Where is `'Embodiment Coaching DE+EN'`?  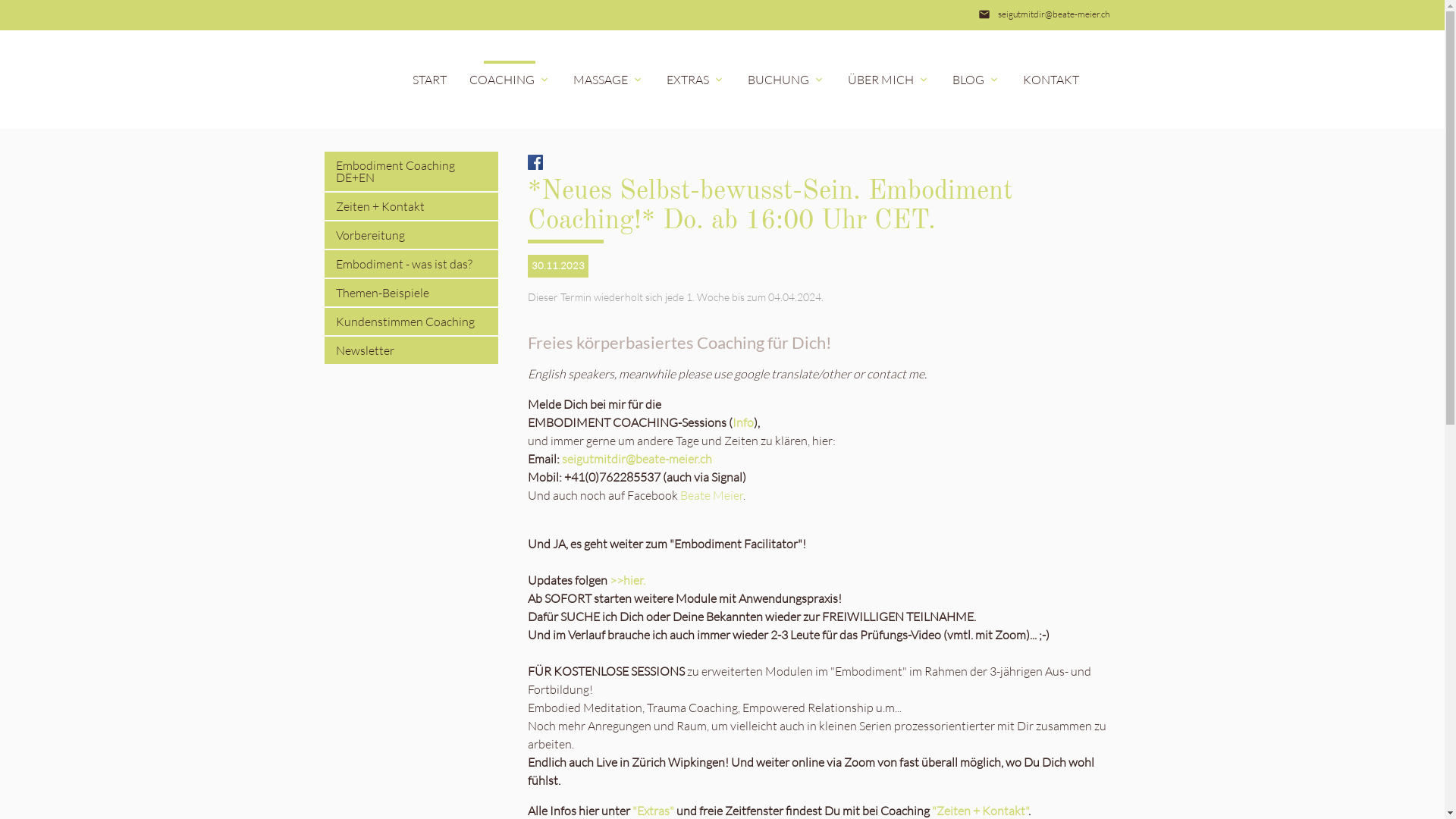
'Embodiment Coaching DE+EN' is located at coordinates (411, 171).